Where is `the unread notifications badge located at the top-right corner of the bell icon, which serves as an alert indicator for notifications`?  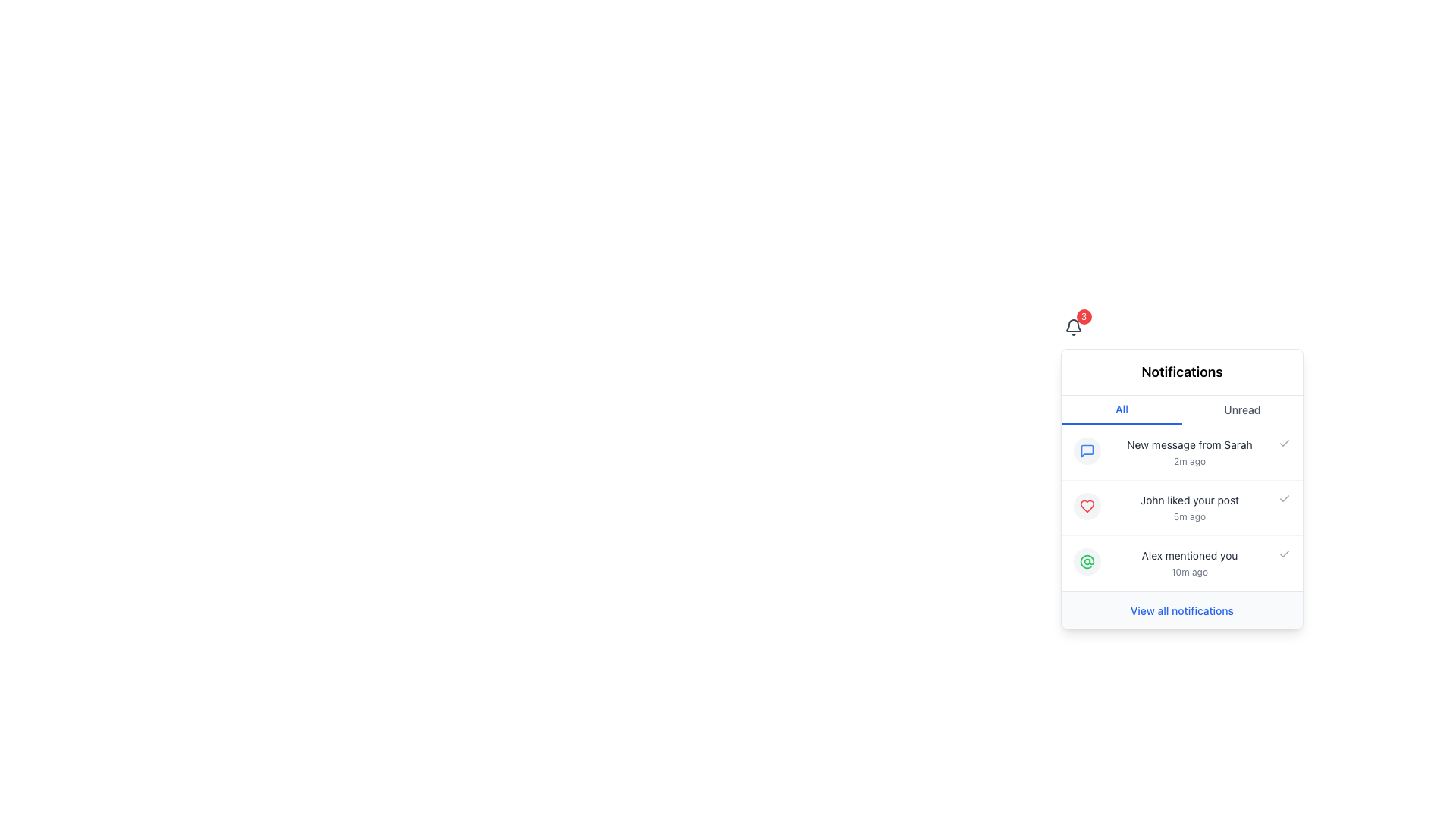
the unread notifications badge located at the top-right corner of the bell icon, which serves as an alert indicator for notifications is located at coordinates (1083, 315).